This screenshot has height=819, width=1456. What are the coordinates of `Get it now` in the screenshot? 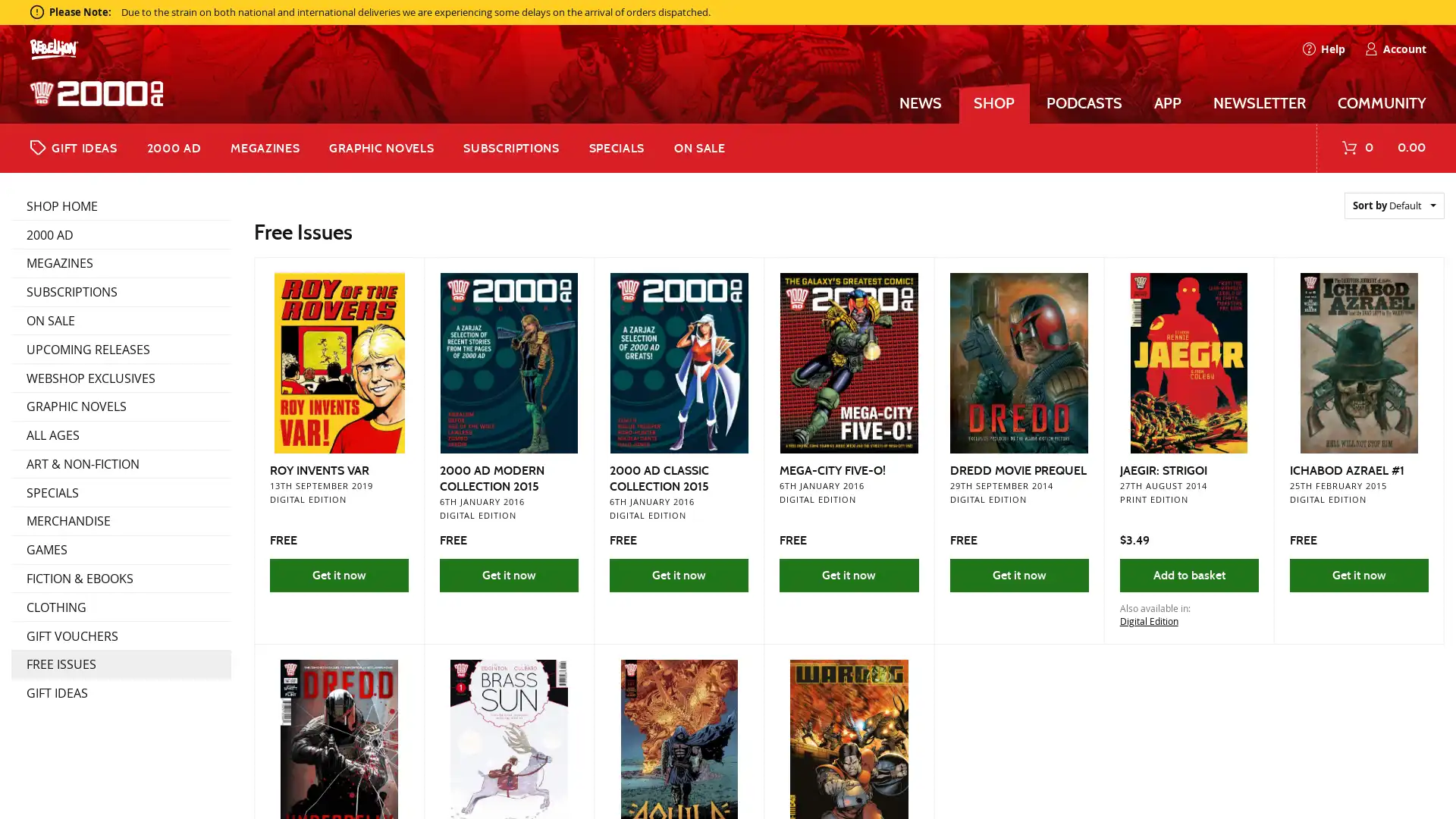 It's located at (509, 575).